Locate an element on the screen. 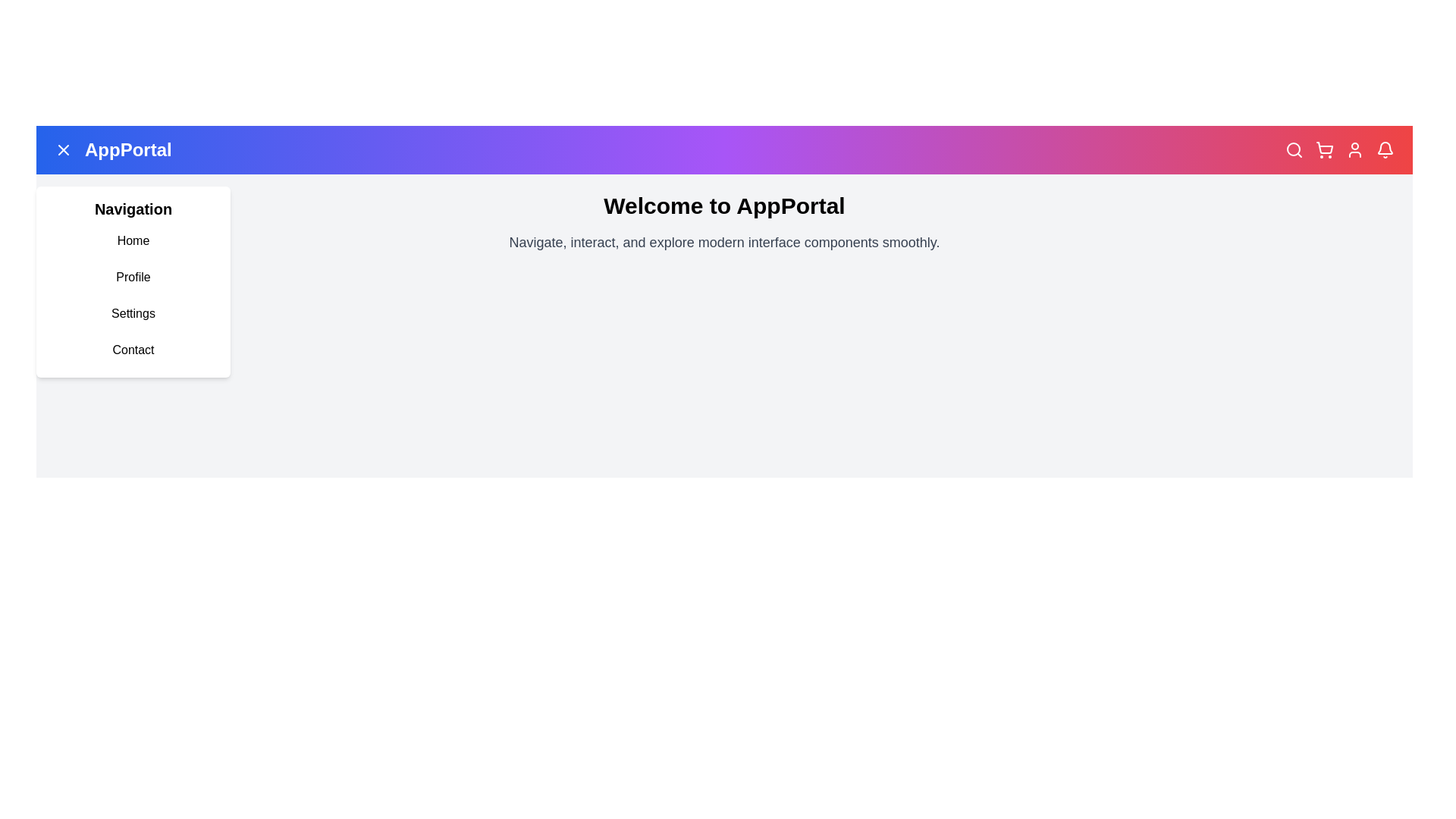 Image resolution: width=1456 pixels, height=819 pixels. the 'Contact' button located in the sidebar navigation is located at coordinates (133, 350).